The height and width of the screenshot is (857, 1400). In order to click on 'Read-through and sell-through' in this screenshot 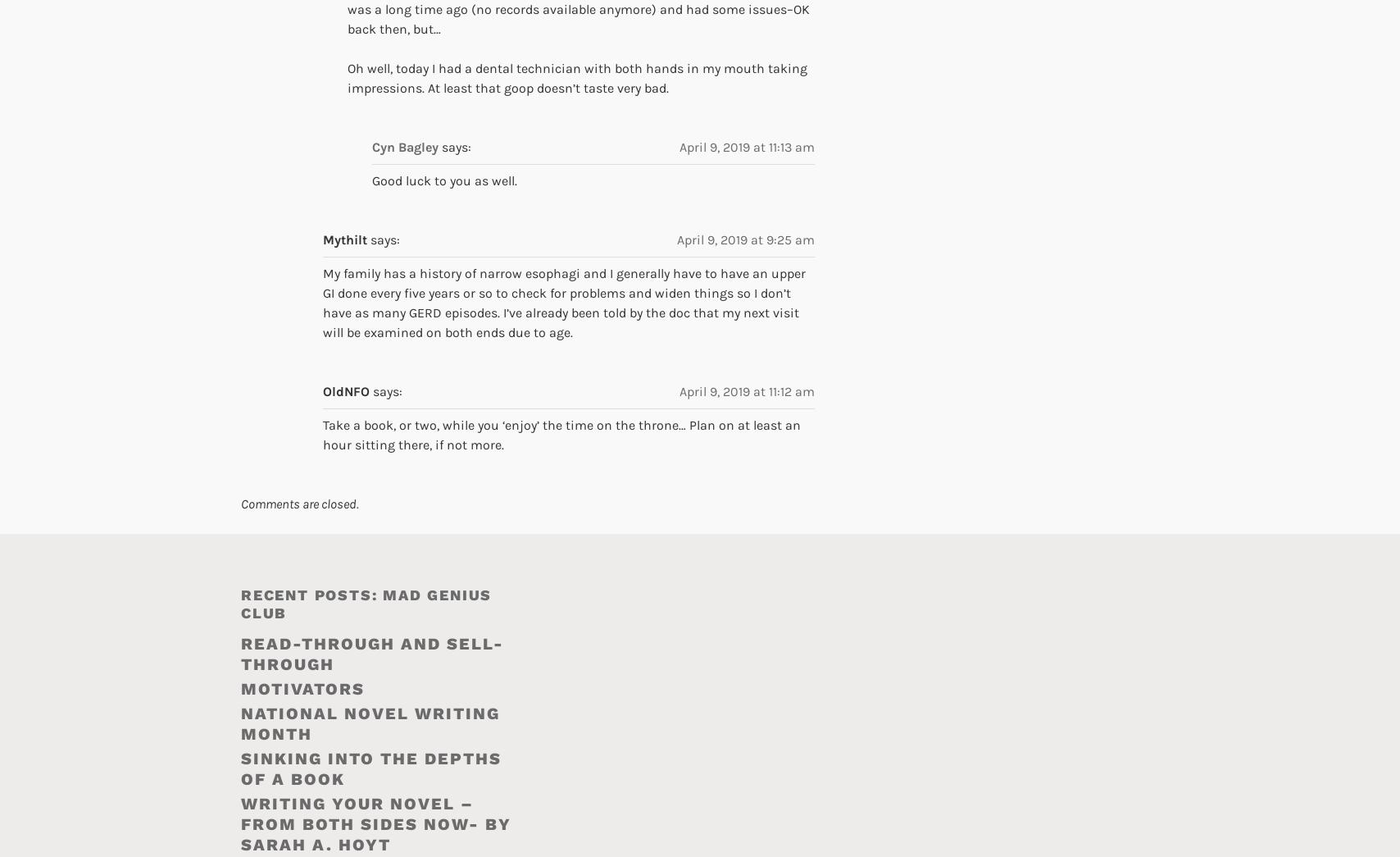, I will do `click(372, 654)`.